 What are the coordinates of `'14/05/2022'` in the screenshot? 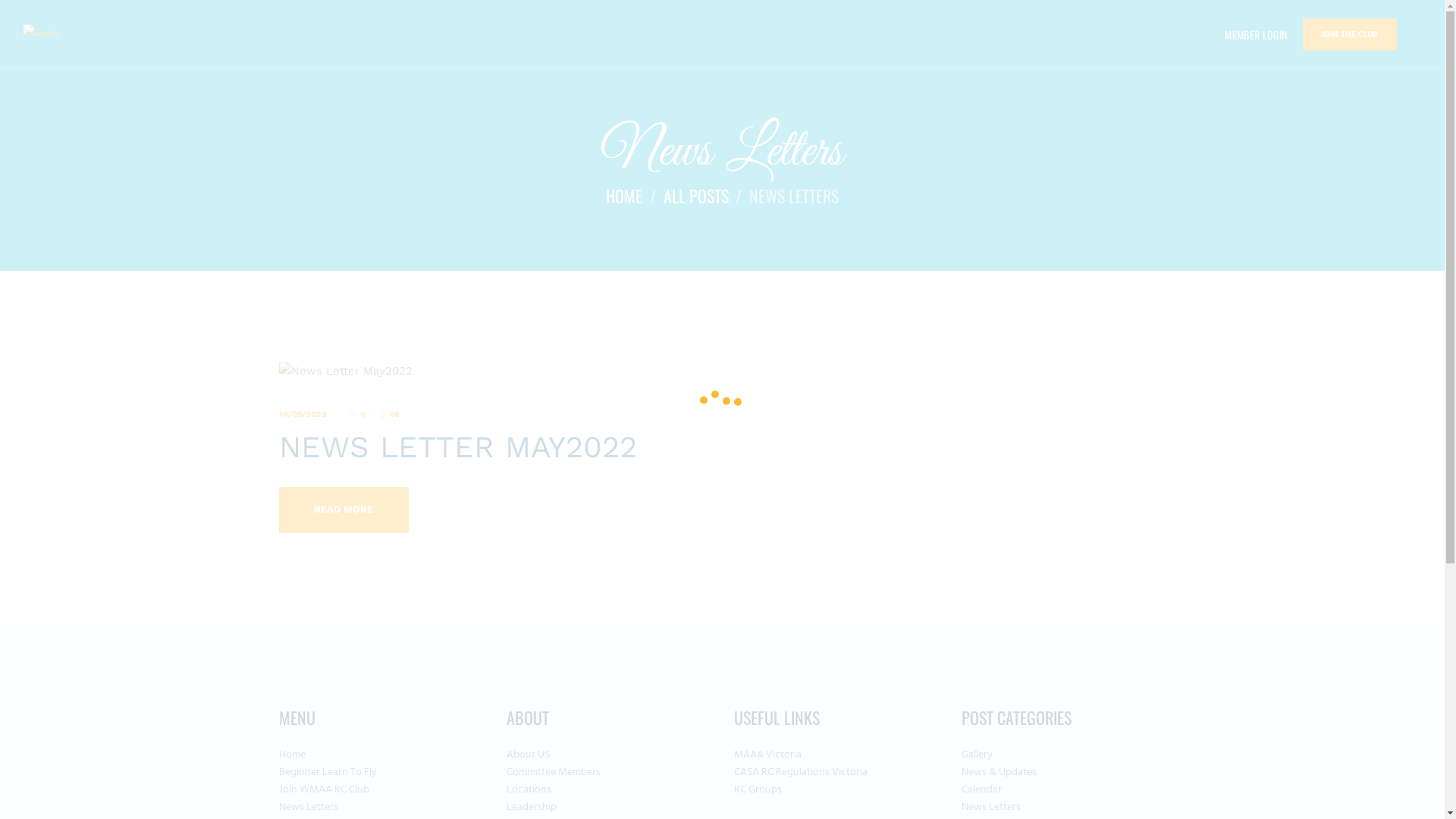 It's located at (303, 414).